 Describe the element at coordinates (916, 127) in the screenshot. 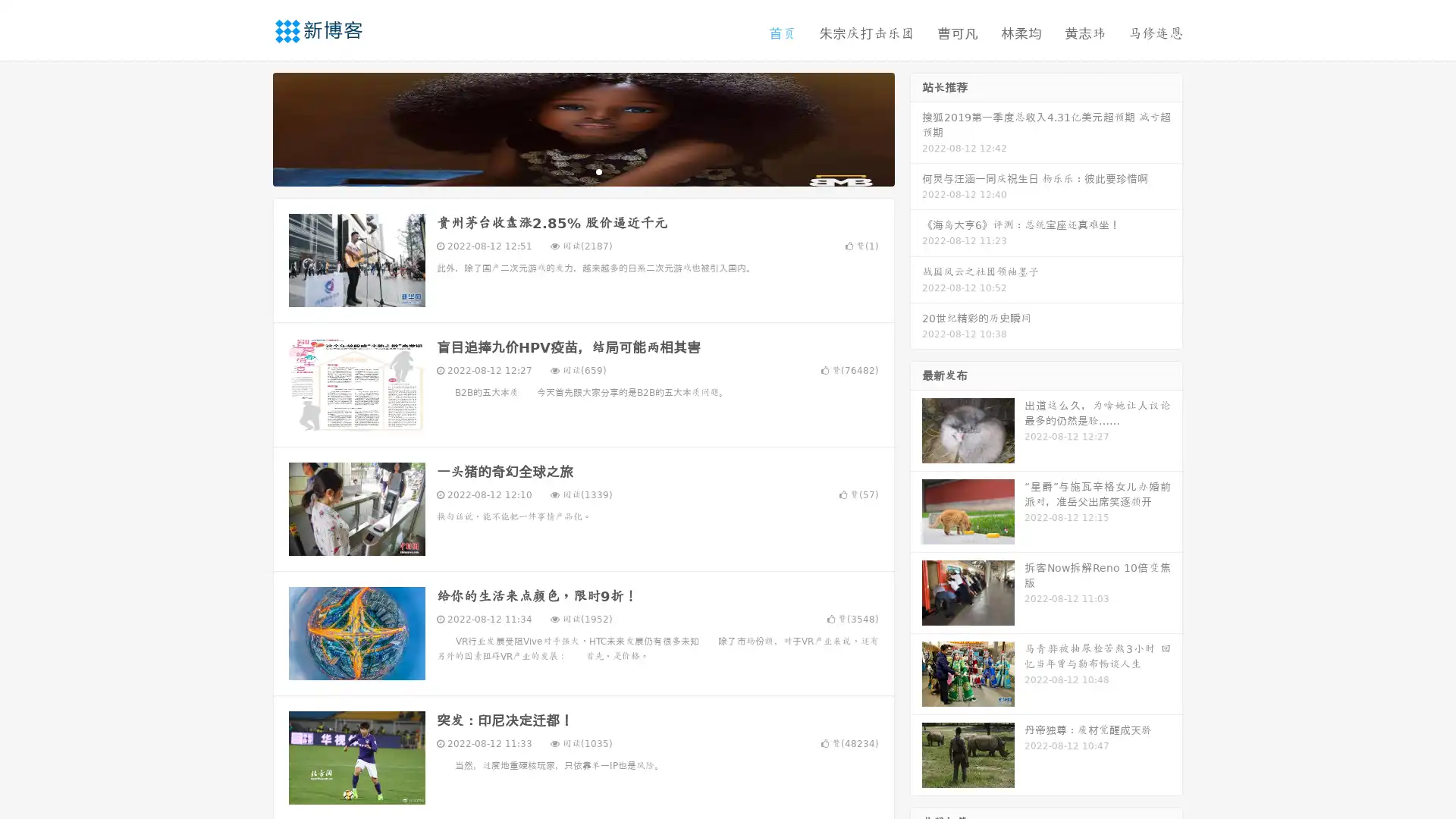

I see `Next slide` at that location.